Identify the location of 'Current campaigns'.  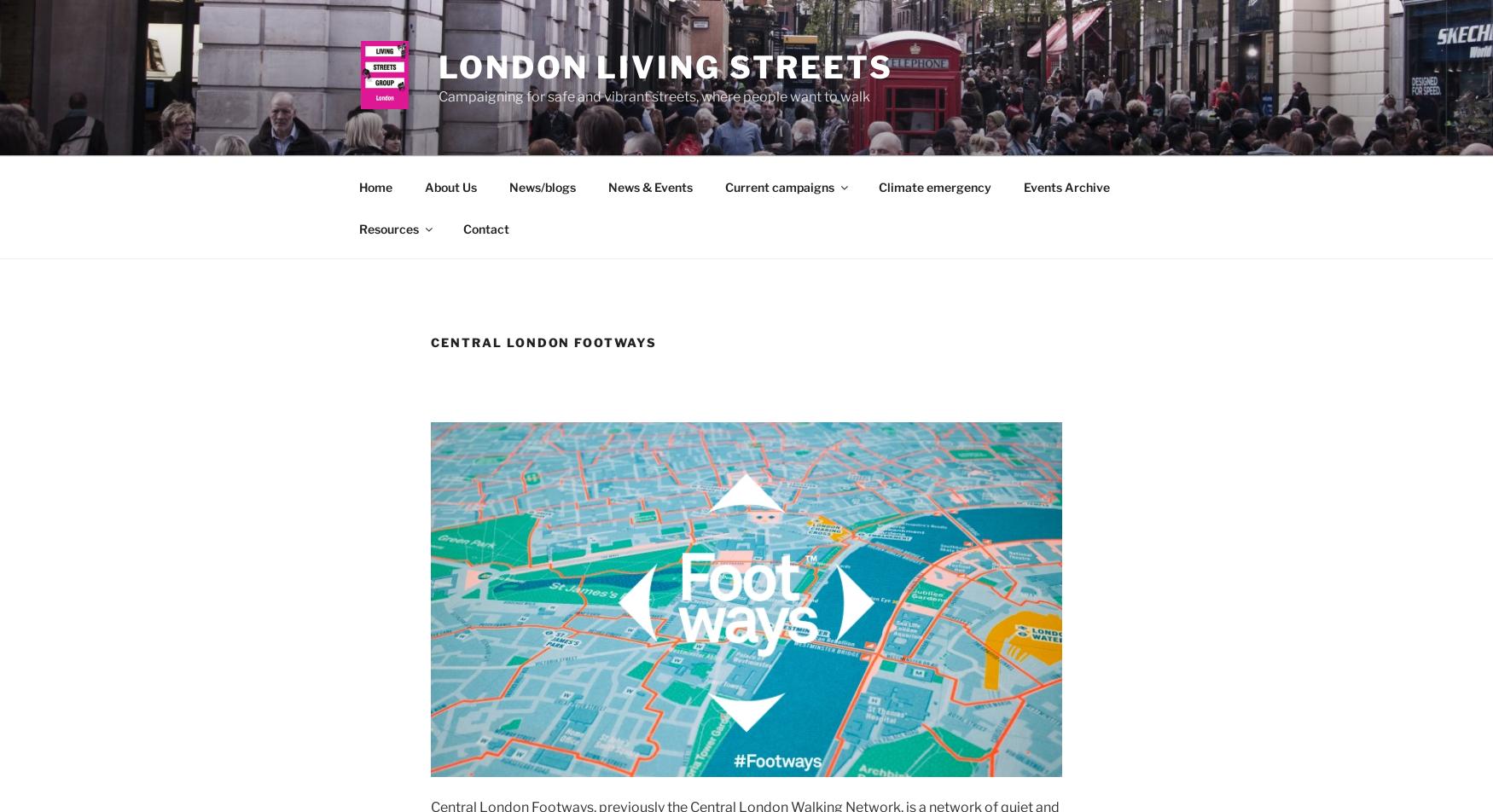
(777, 186).